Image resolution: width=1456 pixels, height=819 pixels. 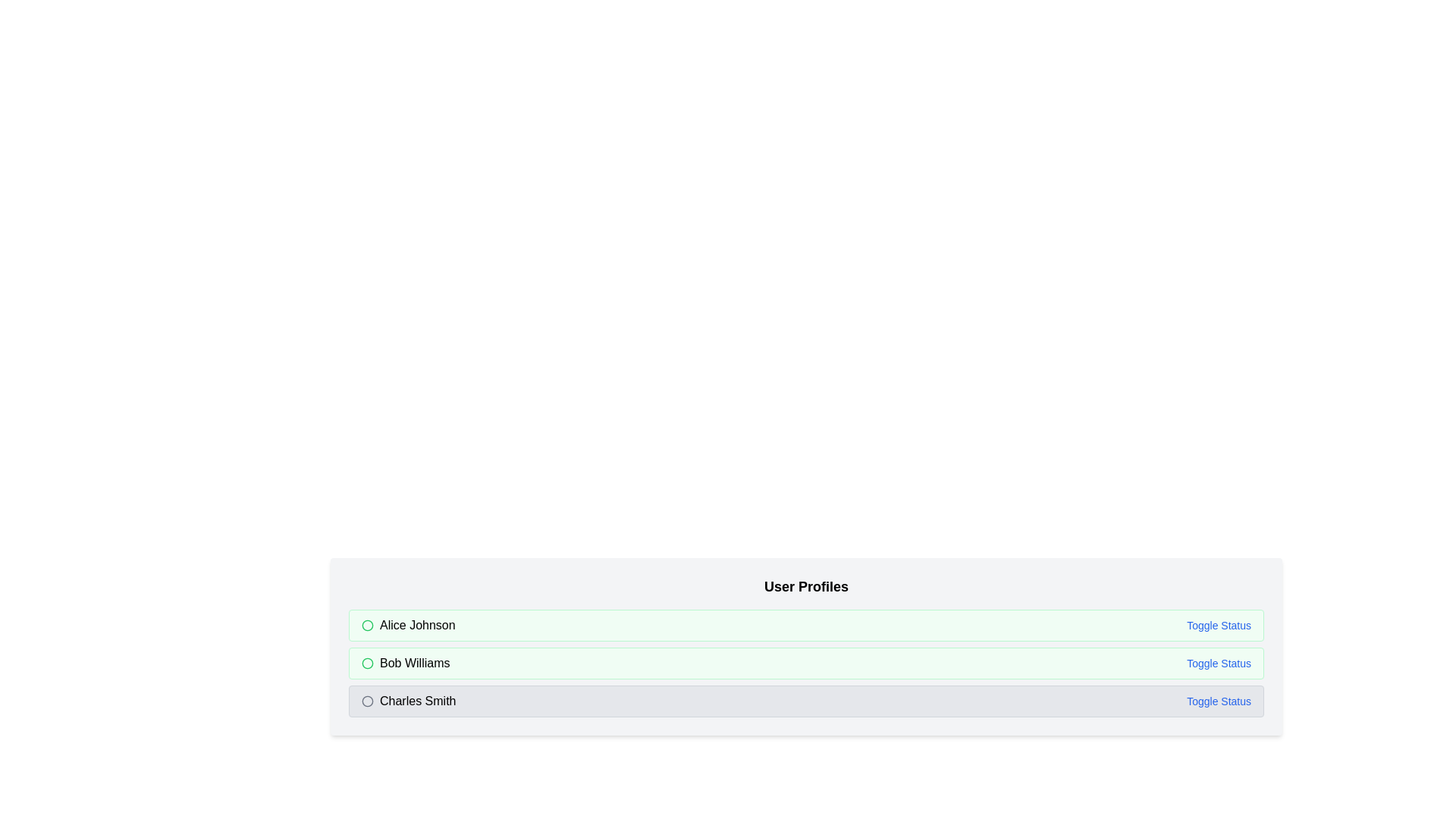 I want to click on the text 'Alice Johnson' with the green circle icon on its left, located in the first list item under the 'User Profiles' section, so click(x=408, y=626).